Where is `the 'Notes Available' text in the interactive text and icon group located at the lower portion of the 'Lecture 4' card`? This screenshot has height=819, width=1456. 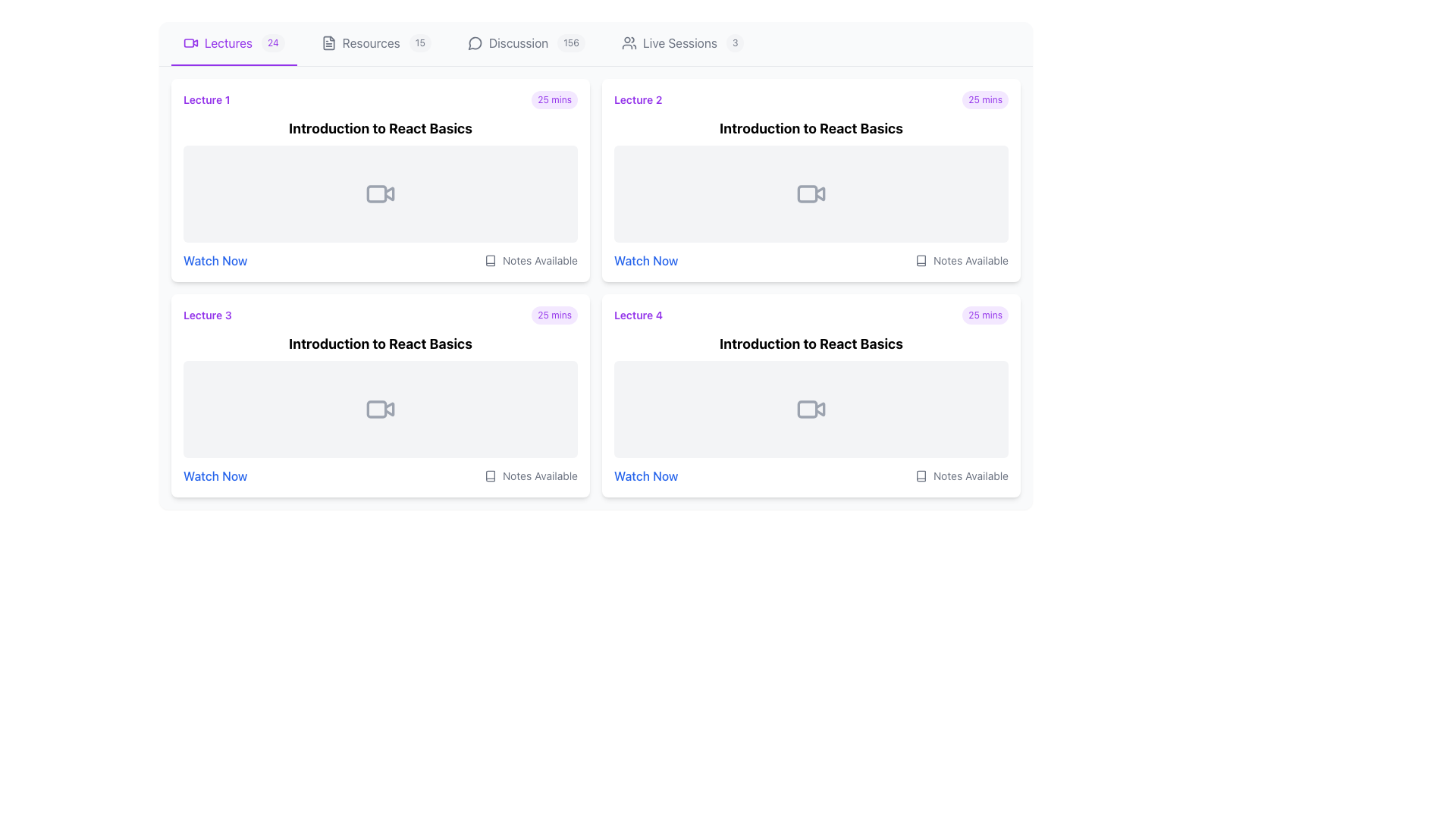
the 'Notes Available' text in the interactive text and icon group located at the lower portion of the 'Lecture 4' card is located at coordinates (811, 475).